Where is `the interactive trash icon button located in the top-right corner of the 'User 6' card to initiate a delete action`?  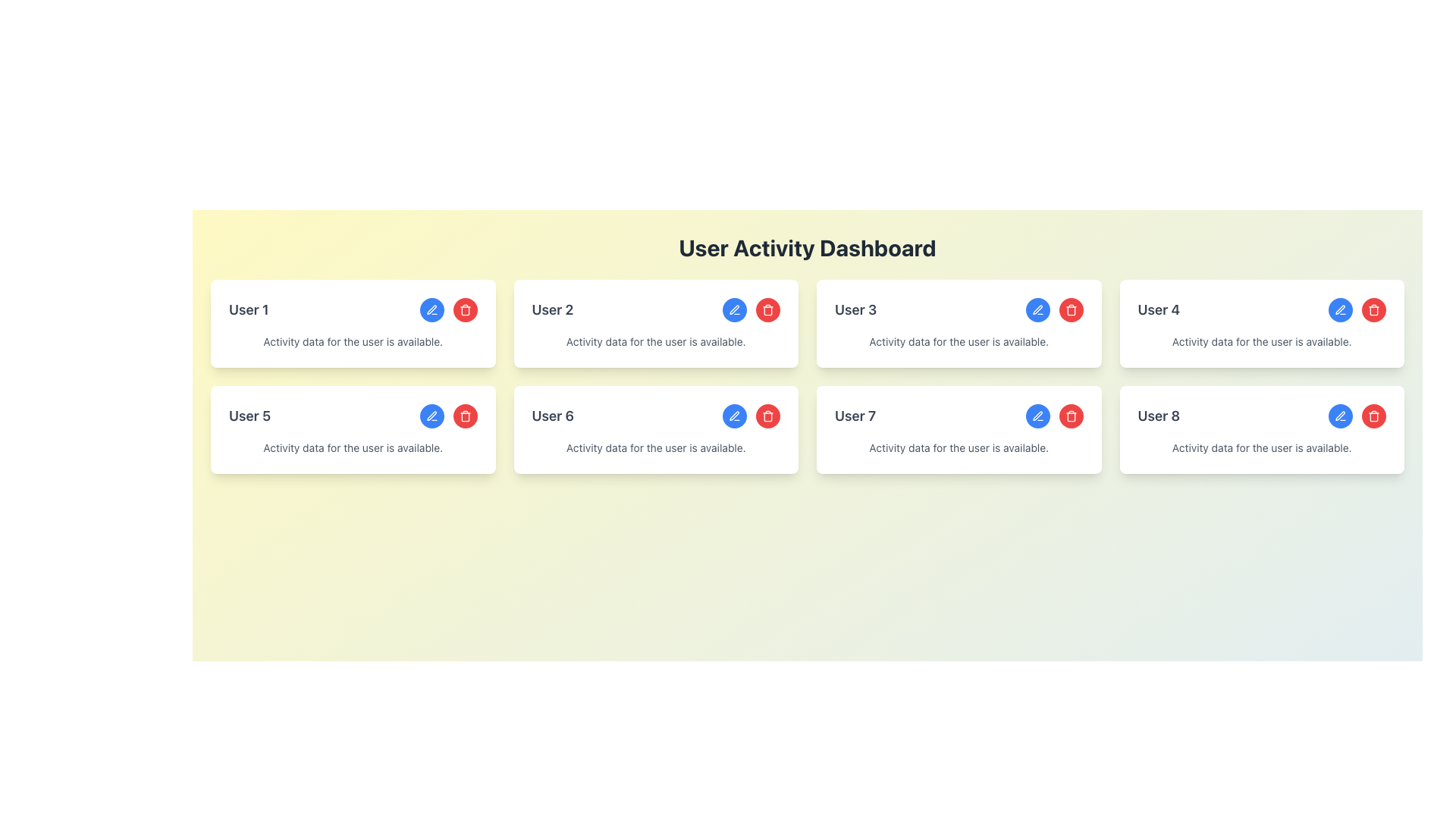 the interactive trash icon button located in the top-right corner of the 'User 6' card to initiate a delete action is located at coordinates (464, 416).